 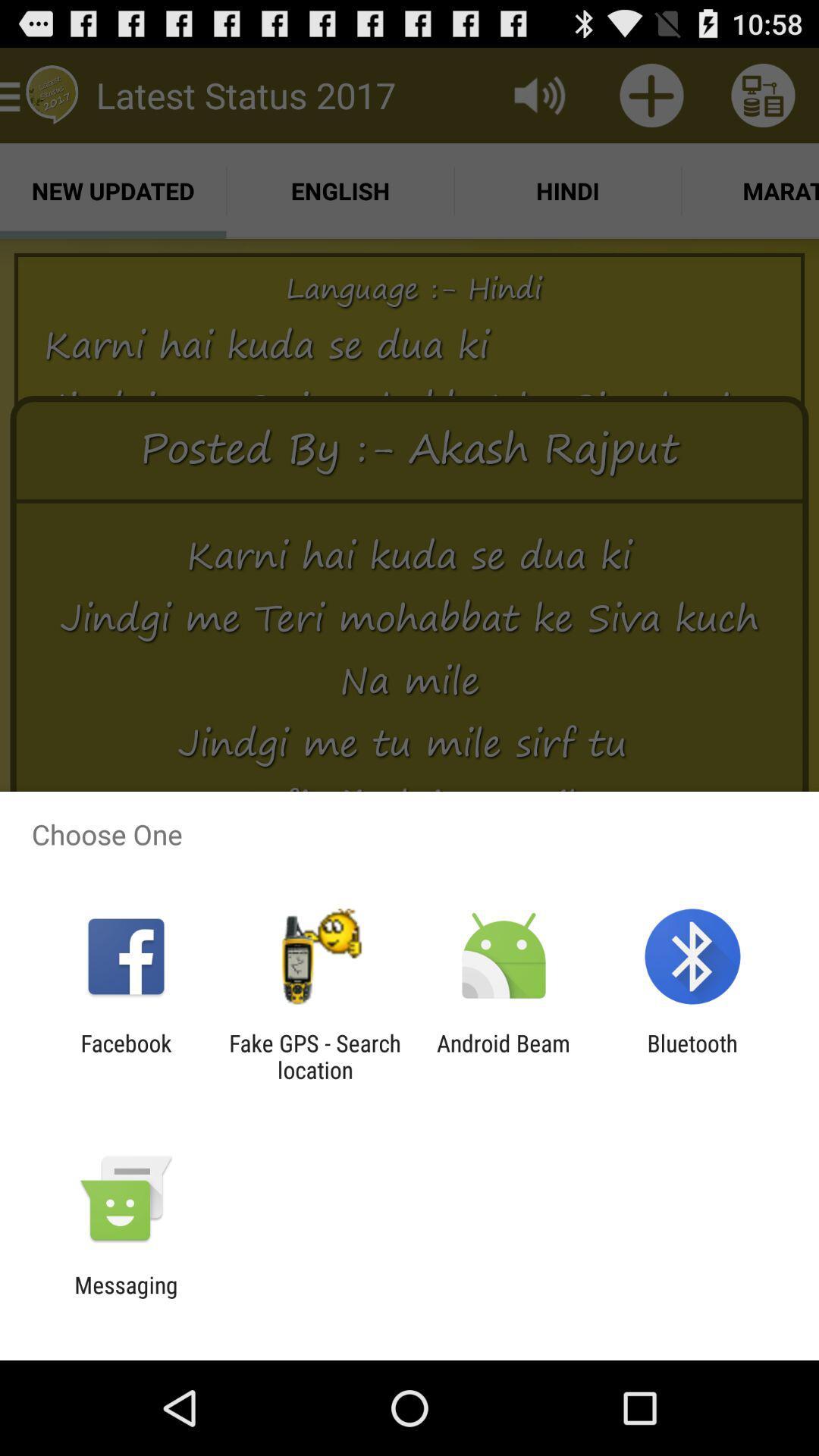 What do you see at coordinates (504, 1056) in the screenshot?
I see `the item to the left of bluetooth` at bounding box center [504, 1056].